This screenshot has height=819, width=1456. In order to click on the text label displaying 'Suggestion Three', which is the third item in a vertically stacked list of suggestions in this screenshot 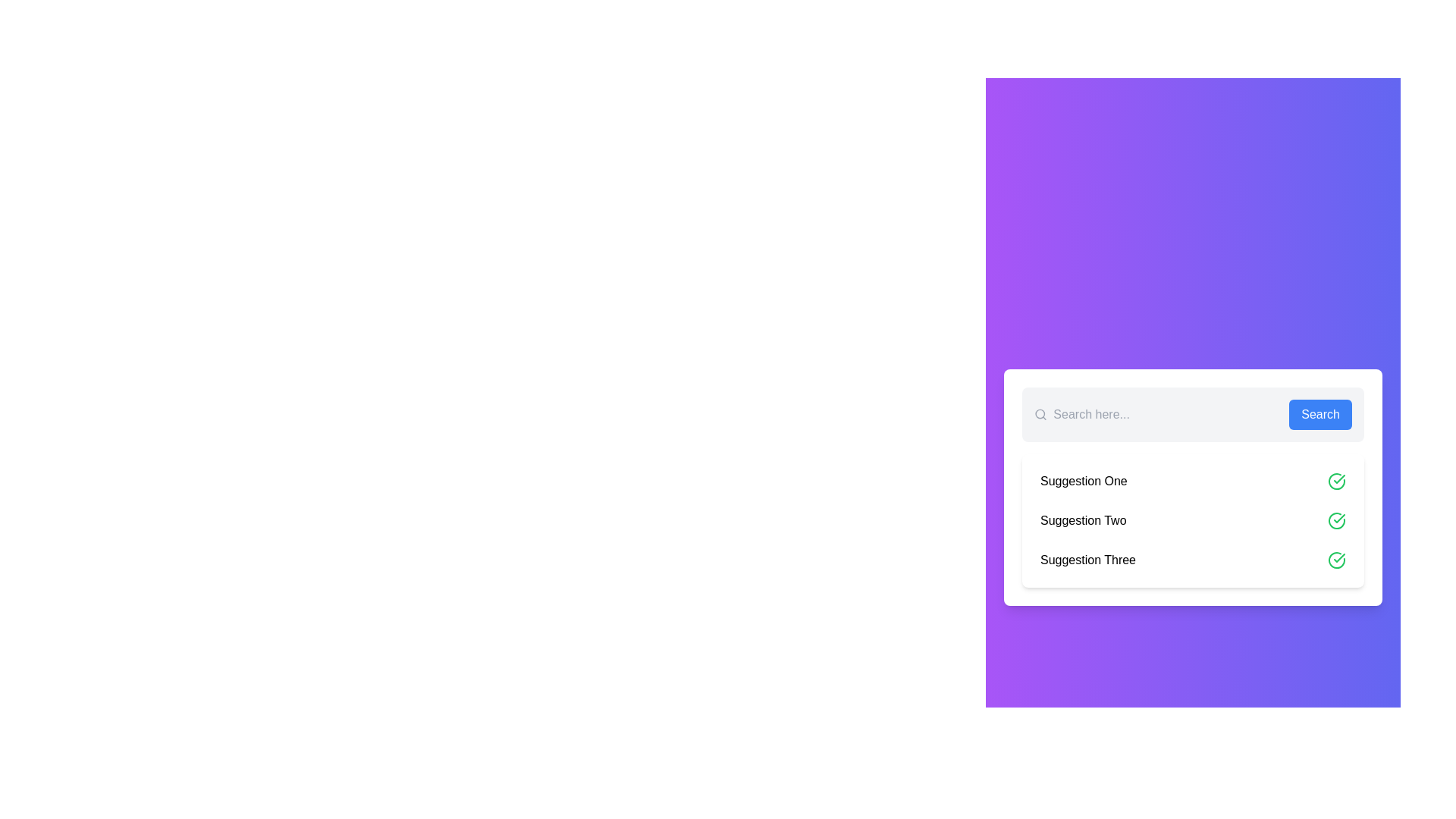, I will do `click(1087, 560)`.